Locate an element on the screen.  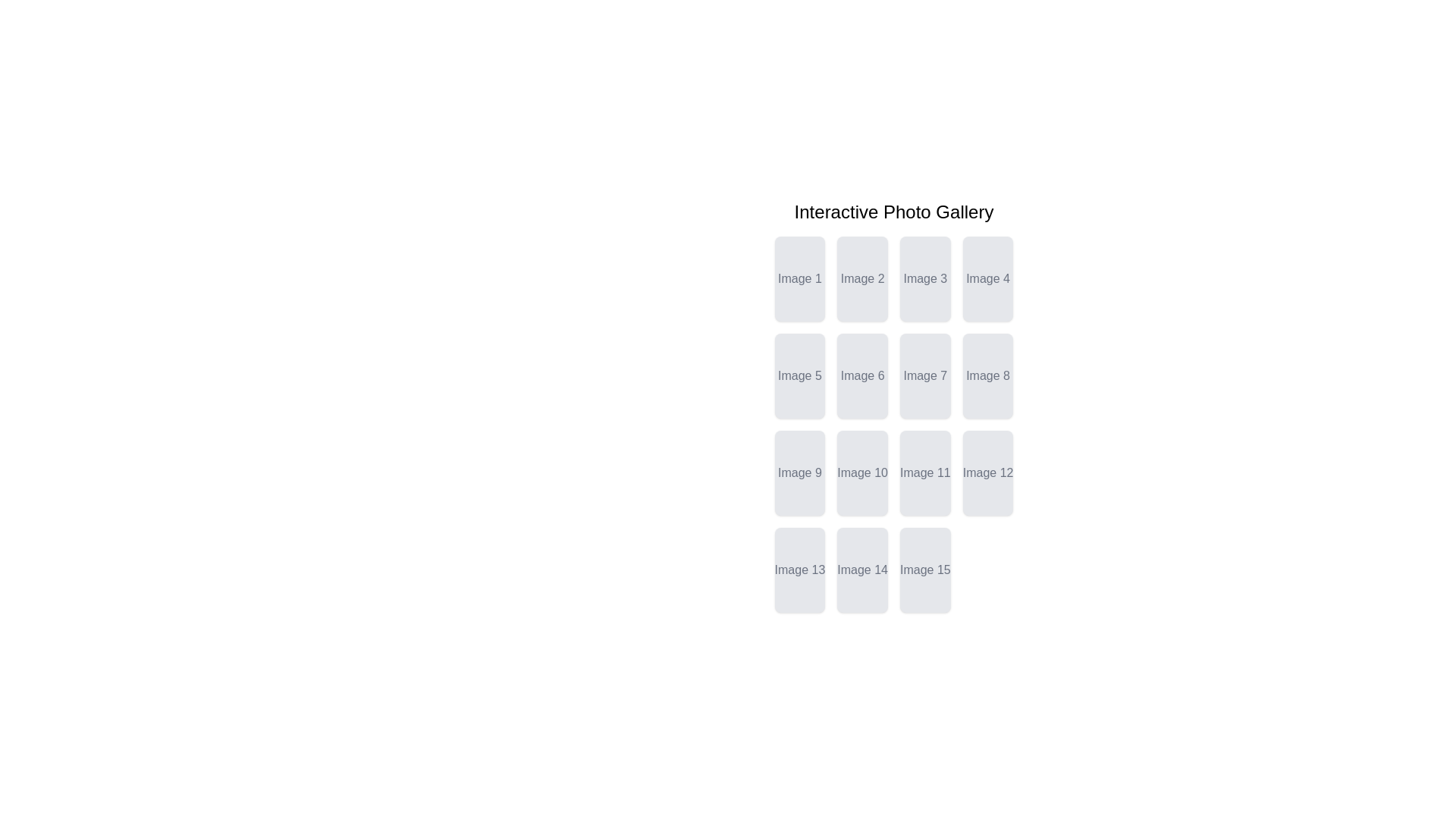
the Interactive grid item representing 'Image 13' located in the last row of the grid layout, positioned to the far left is located at coordinates (799, 570).